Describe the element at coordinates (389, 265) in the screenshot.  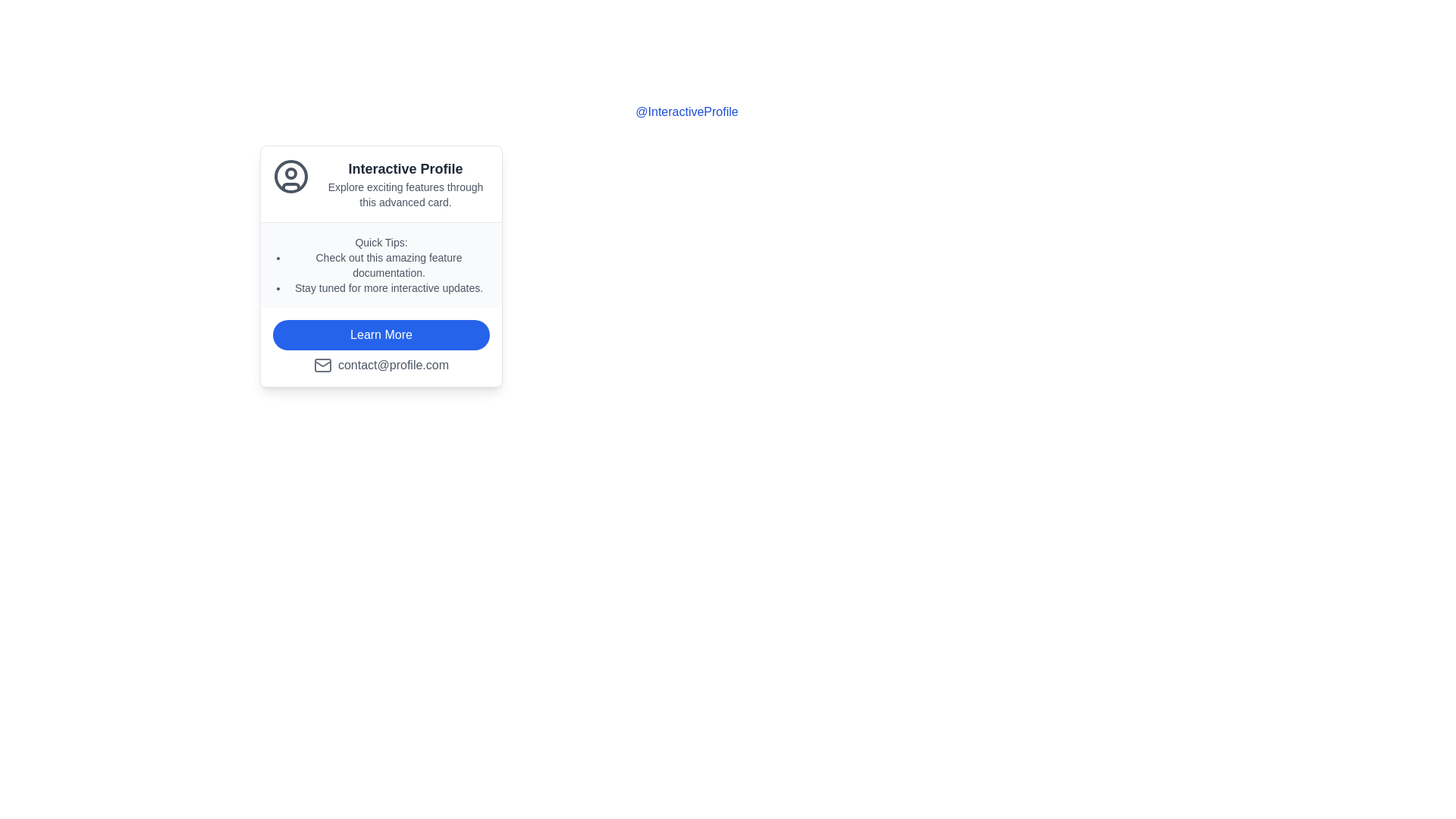
I see `the first item in the 'Quick Tips:' section, which indicates important feature documentation for the user` at that location.